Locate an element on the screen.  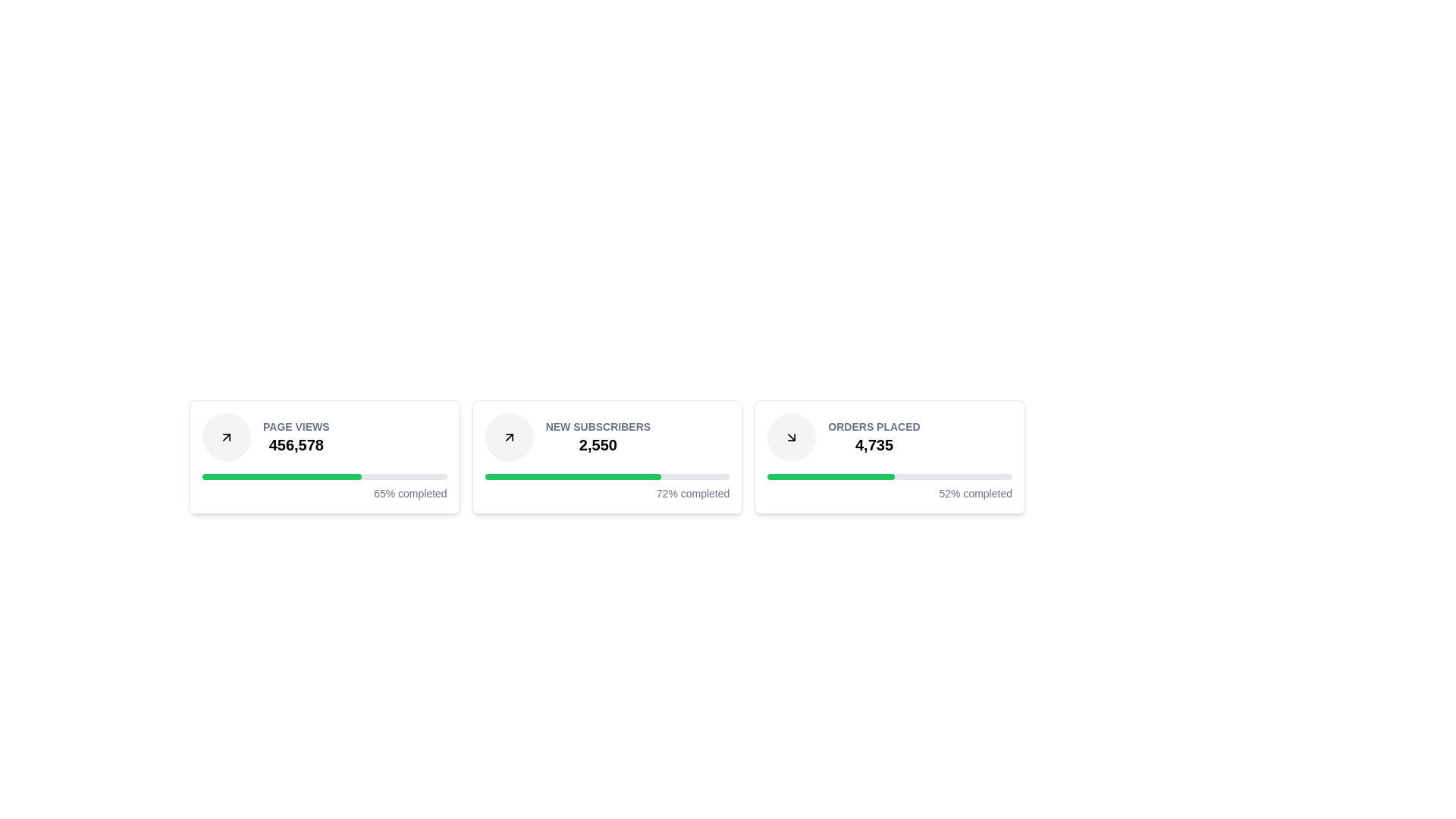
displayed information from the 'PAGE VIEWS' information panel, which includes the number '456,578' and the progress '65% completed' is located at coordinates (324, 456).